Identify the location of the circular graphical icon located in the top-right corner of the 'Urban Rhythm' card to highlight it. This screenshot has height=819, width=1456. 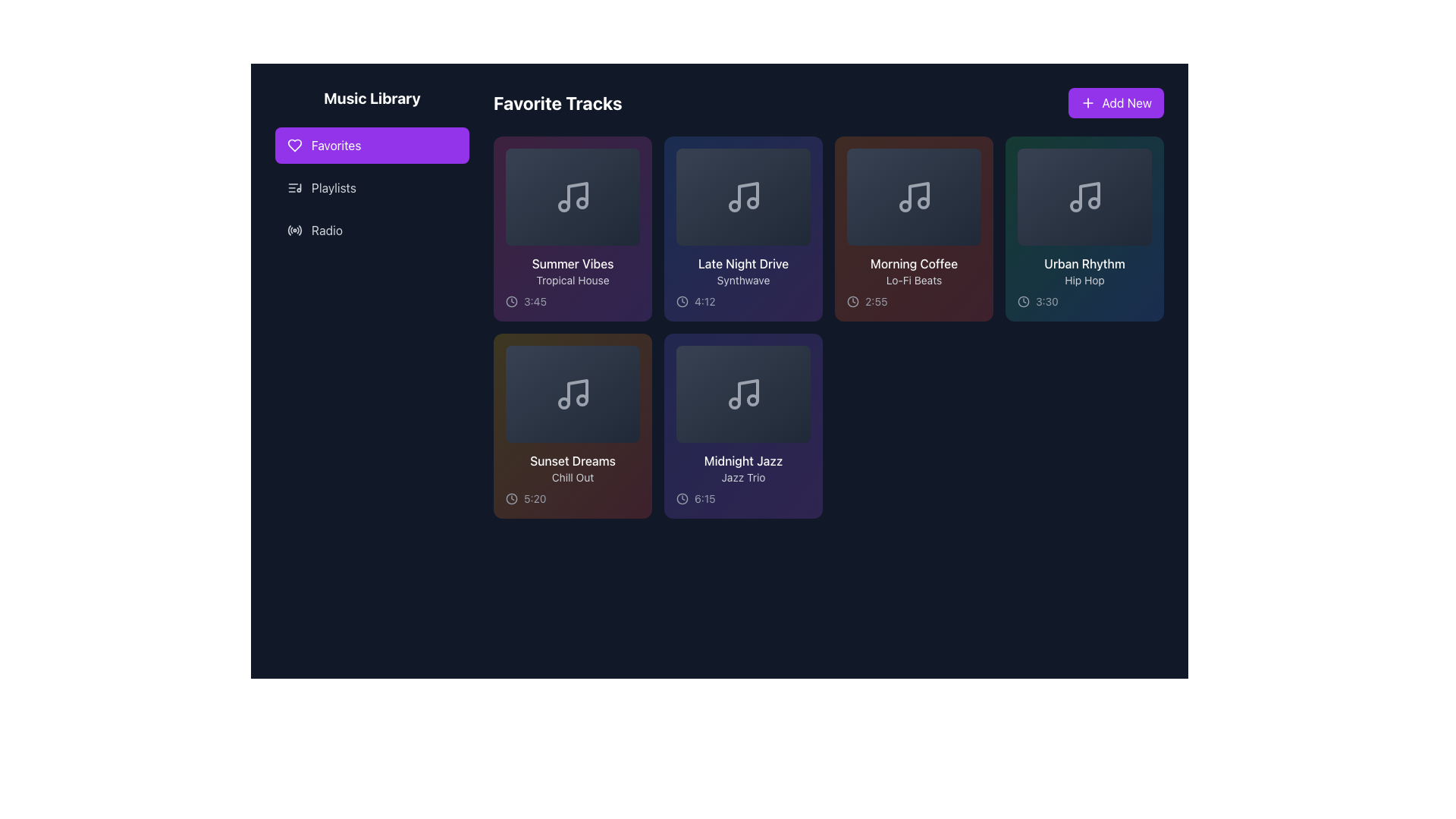
(1143, 158).